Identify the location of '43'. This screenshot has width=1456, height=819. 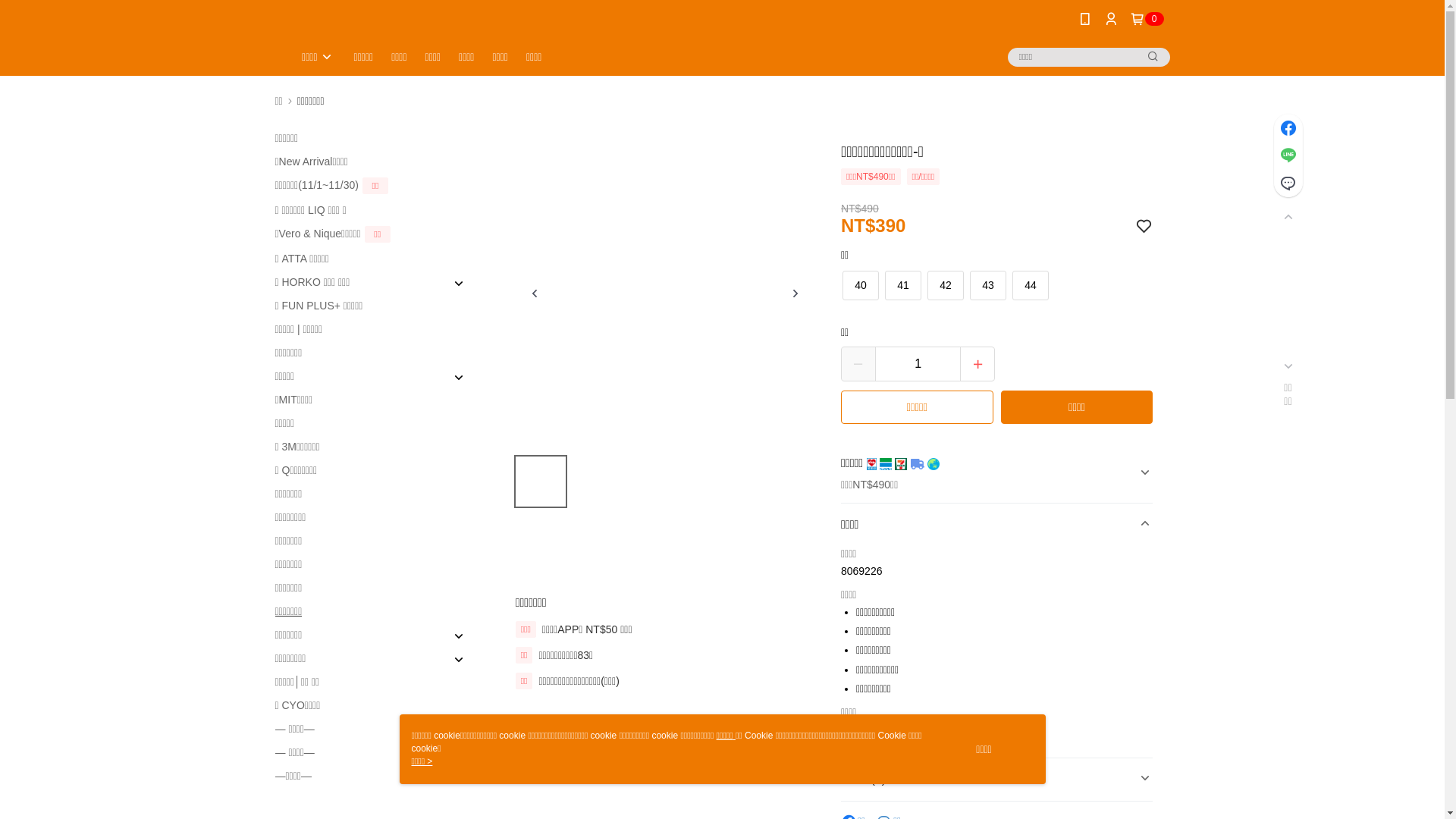
(971, 285).